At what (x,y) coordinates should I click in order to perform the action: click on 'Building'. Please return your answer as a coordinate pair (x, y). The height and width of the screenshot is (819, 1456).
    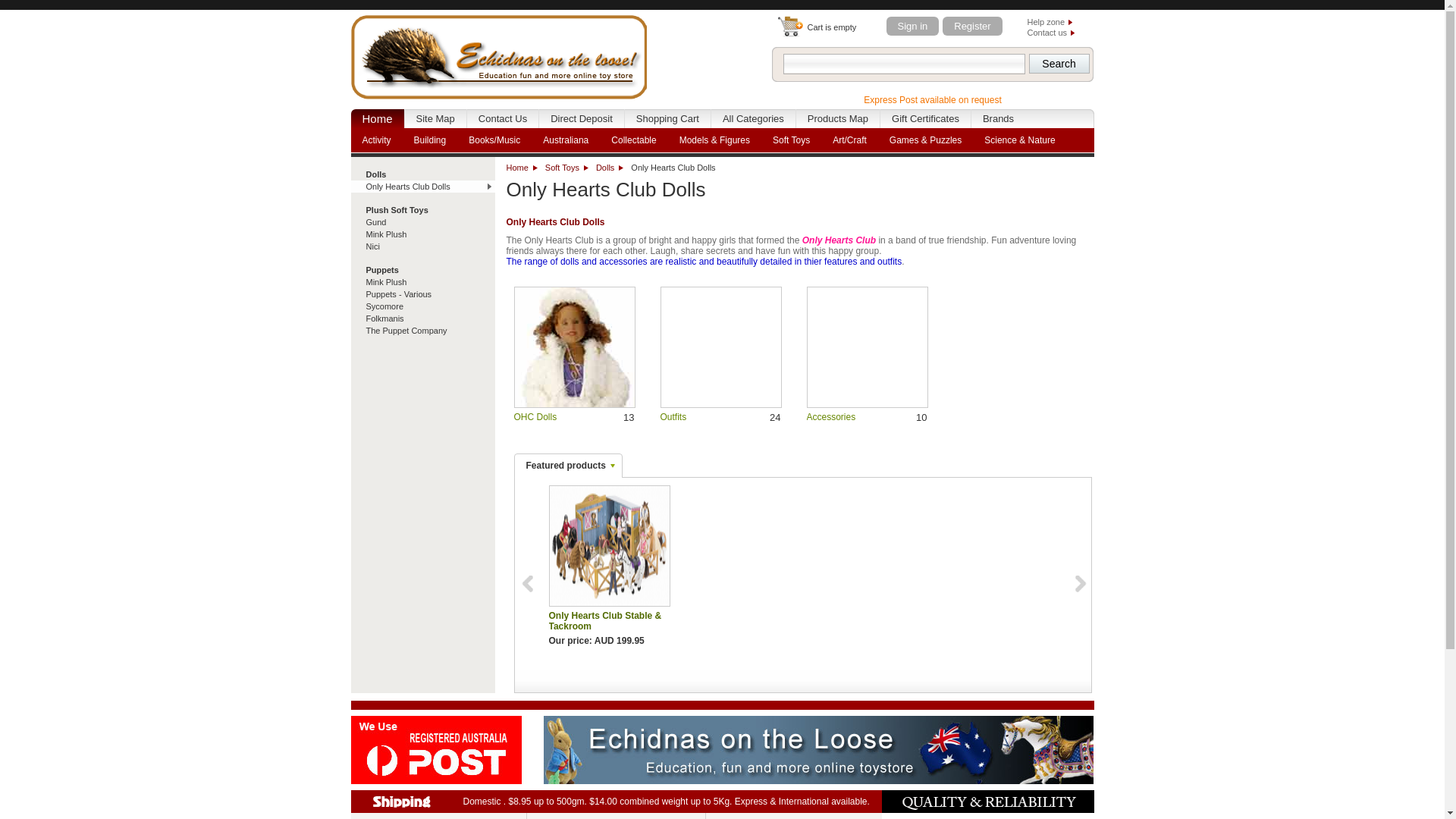
    Looking at the image, I should click on (429, 140).